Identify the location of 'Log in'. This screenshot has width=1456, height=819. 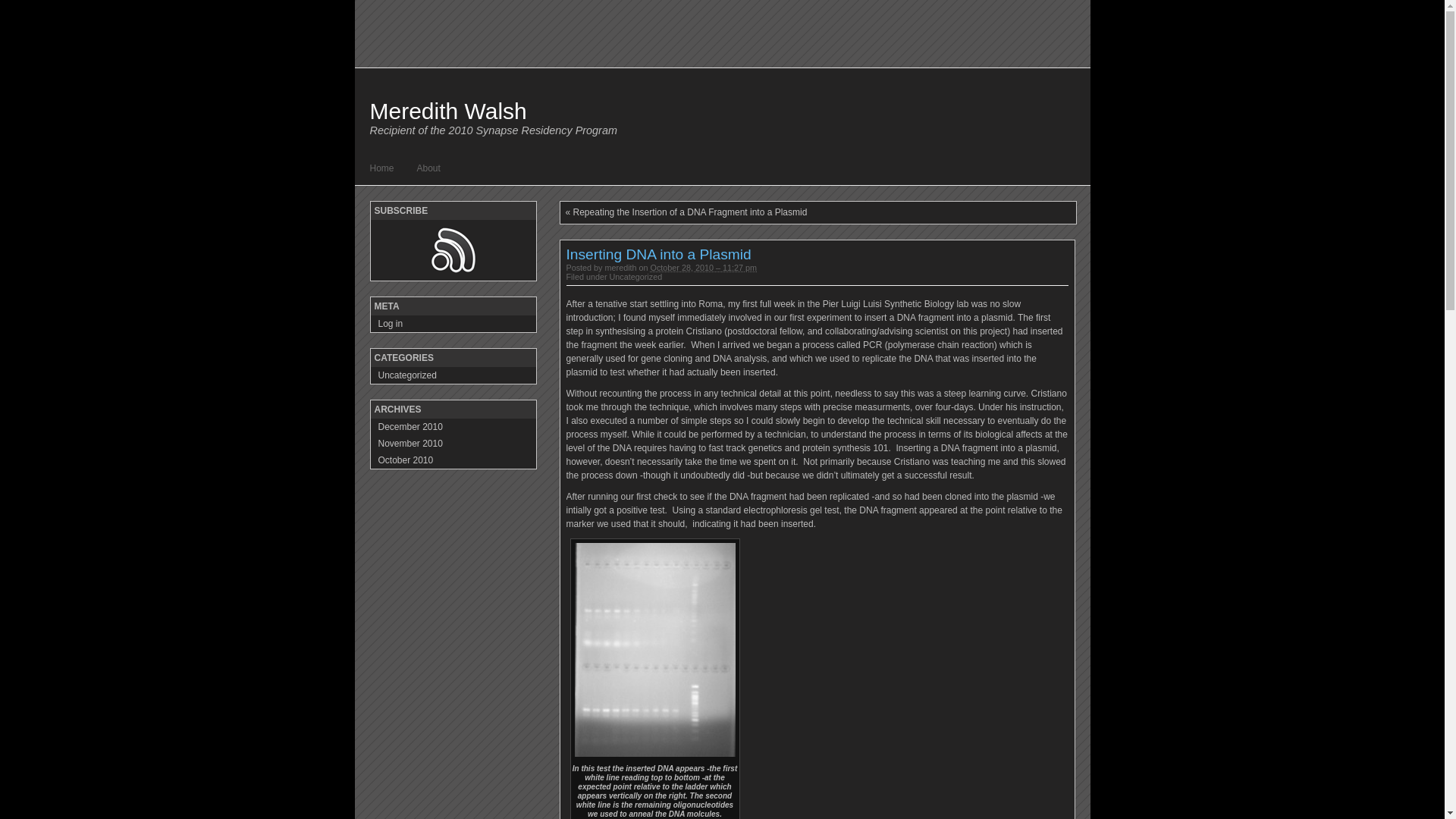
(451, 323).